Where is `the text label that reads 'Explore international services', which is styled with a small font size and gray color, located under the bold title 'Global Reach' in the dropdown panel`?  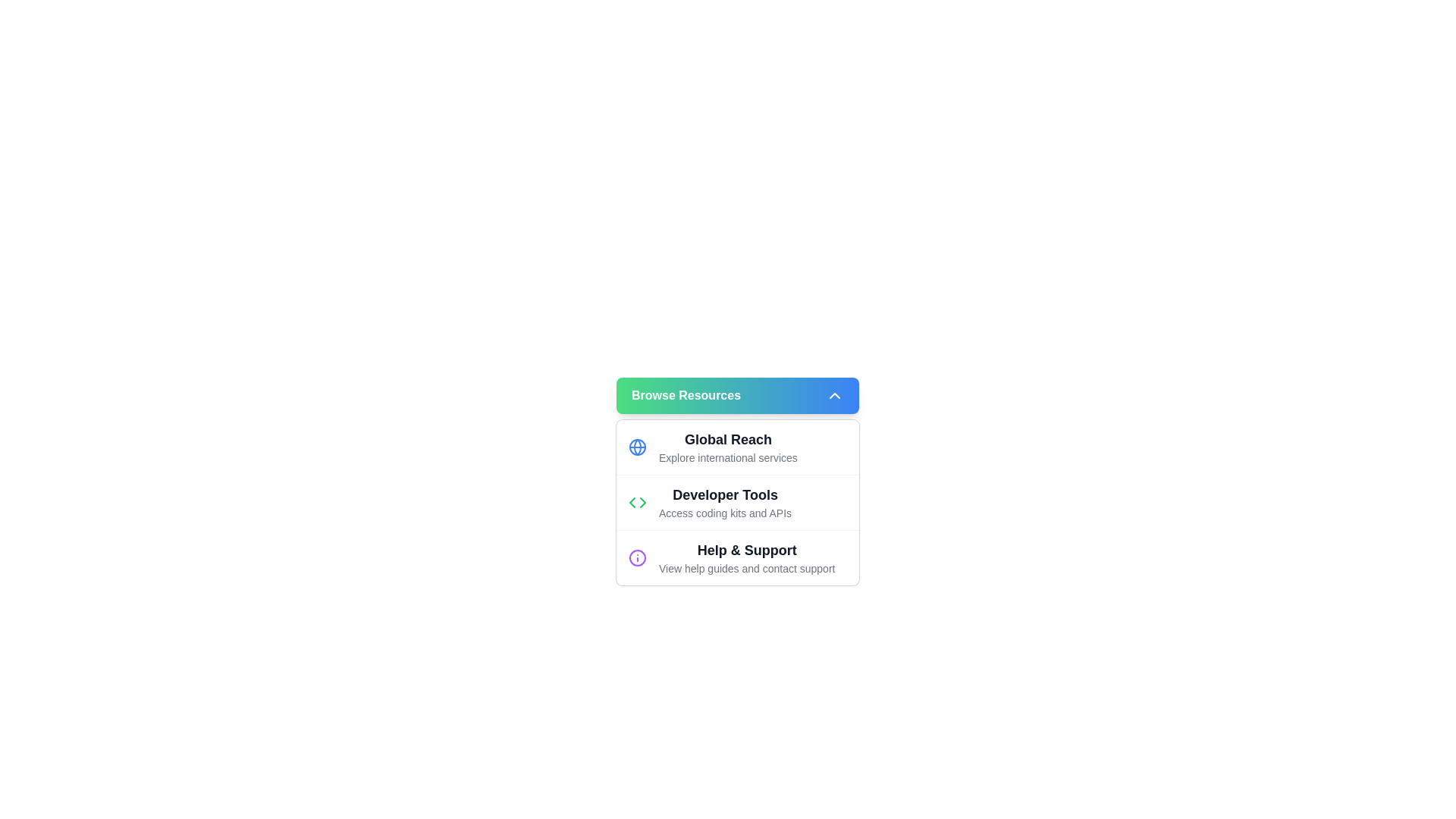 the text label that reads 'Explore international services', which is styled with a small font size and gray color, located under the bold title 'Global Reach' in the dropdown panel is located at coordinates (728, 457).